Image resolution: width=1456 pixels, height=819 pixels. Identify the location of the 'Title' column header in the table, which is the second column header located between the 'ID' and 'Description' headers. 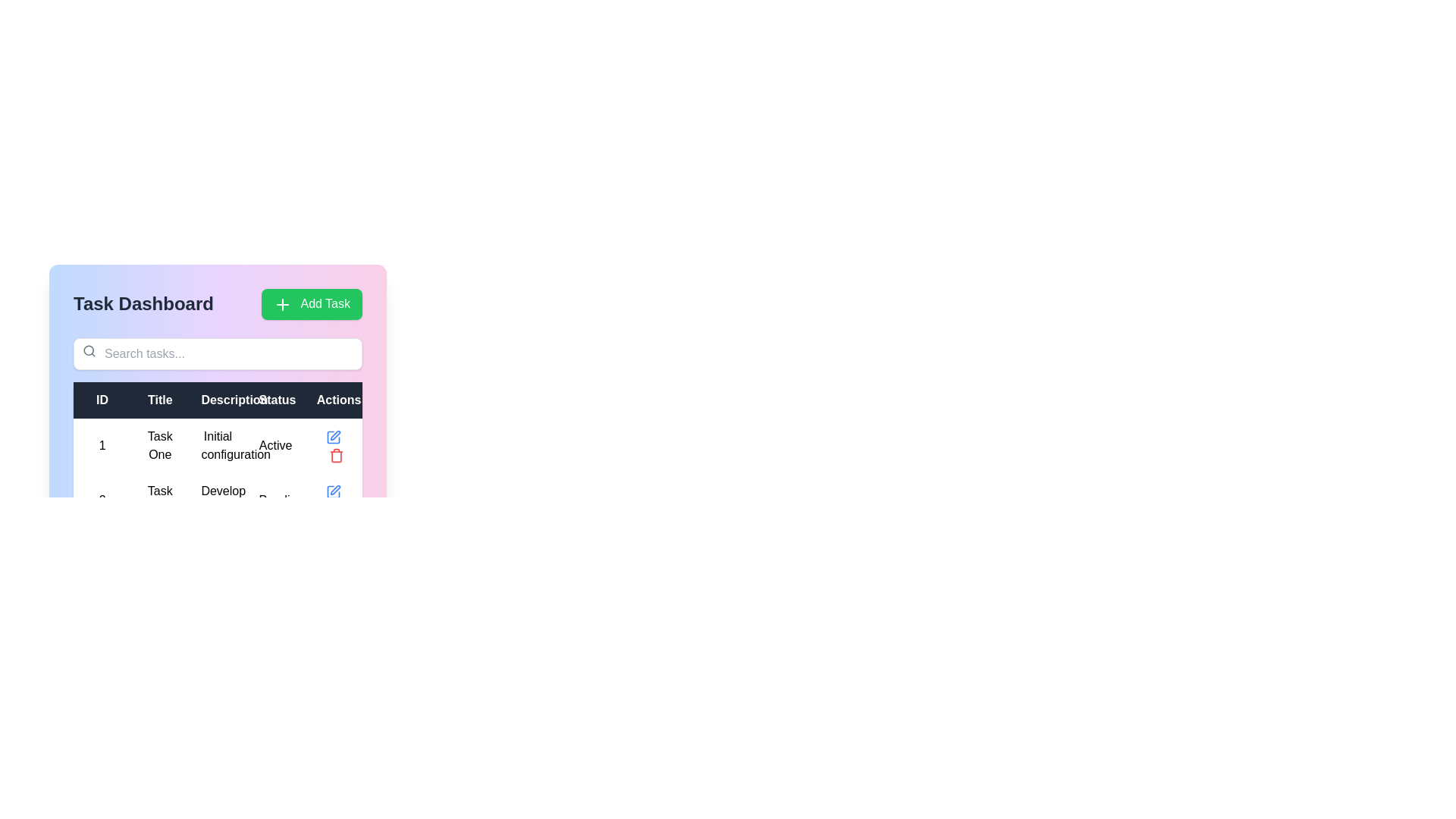
(160, 399).